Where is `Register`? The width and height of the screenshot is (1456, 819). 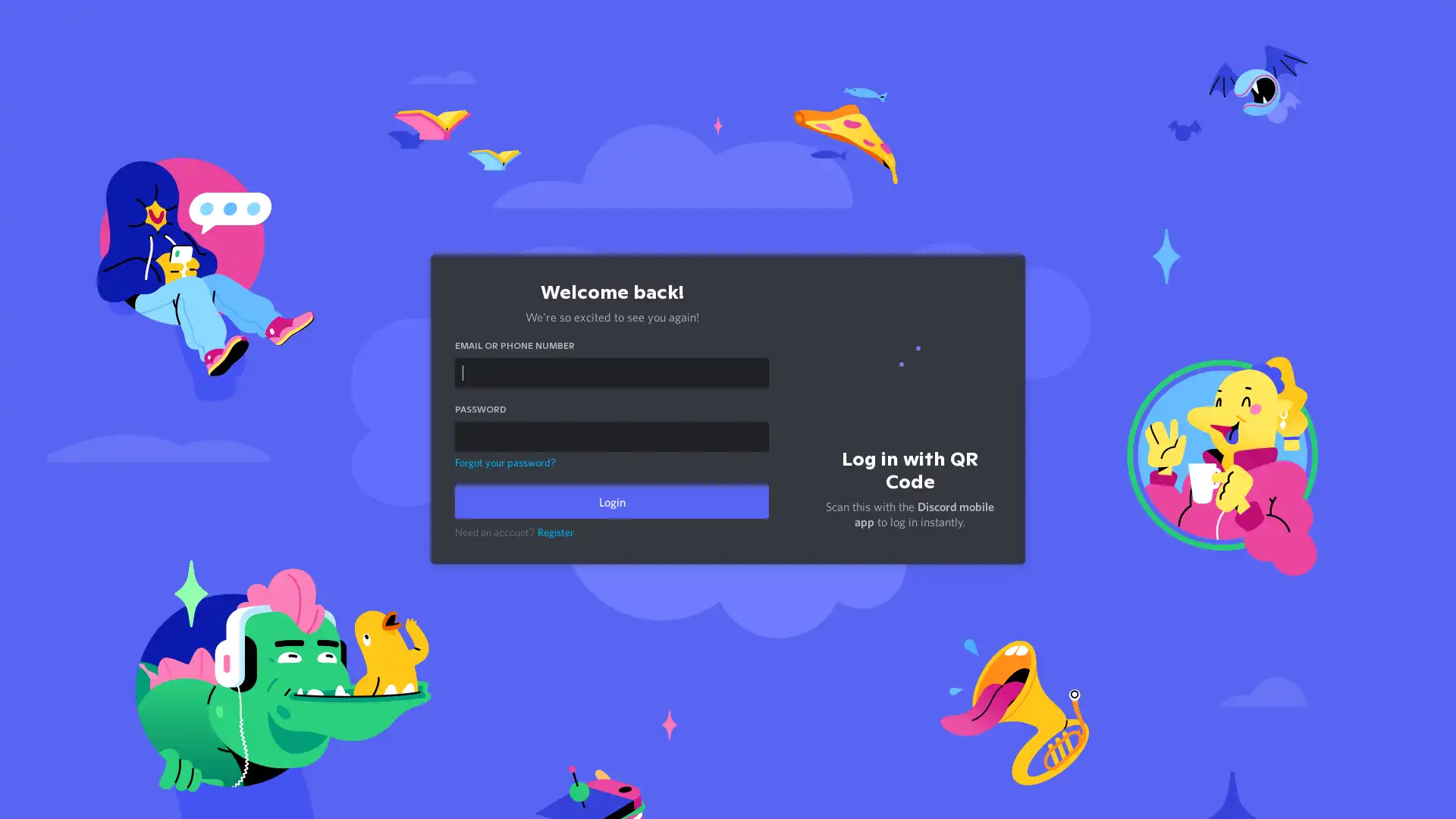
Register is located at coordinates (555, 532).